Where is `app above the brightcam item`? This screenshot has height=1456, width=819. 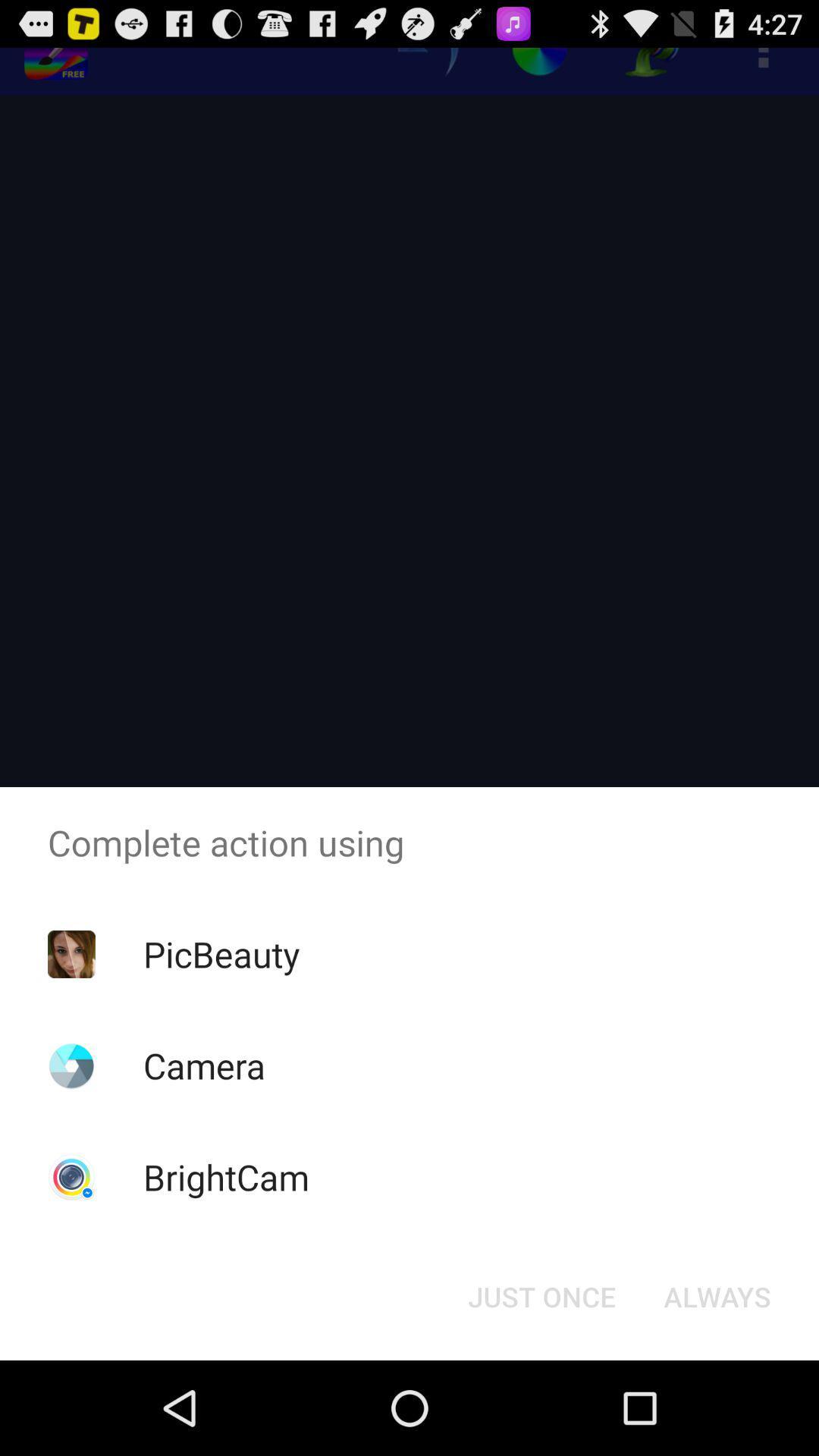
app above the brightcam item is located at coordinates (203, 1065).